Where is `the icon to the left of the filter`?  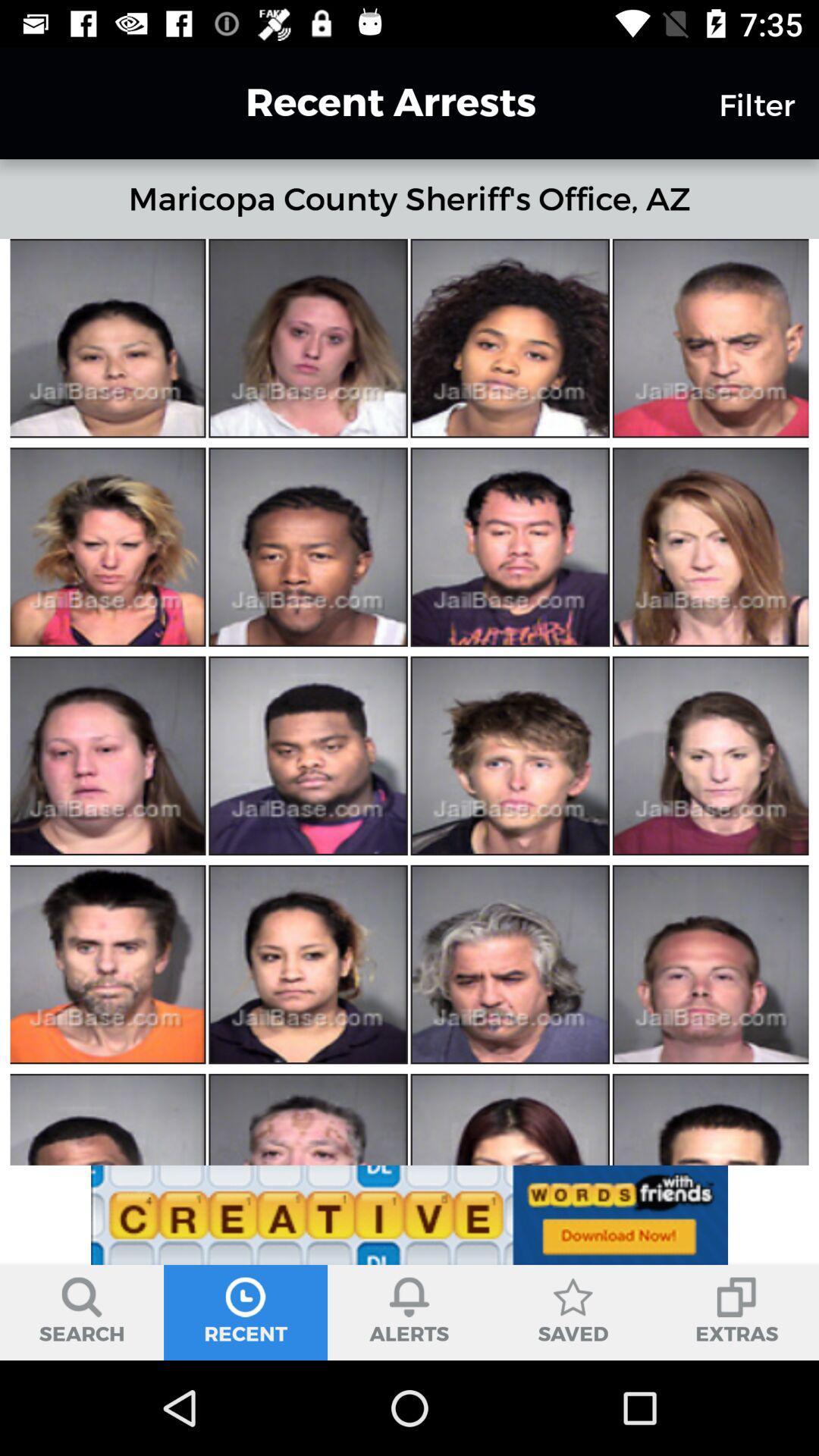
the icon to the left of the filter is located at coordinates (363, 102).